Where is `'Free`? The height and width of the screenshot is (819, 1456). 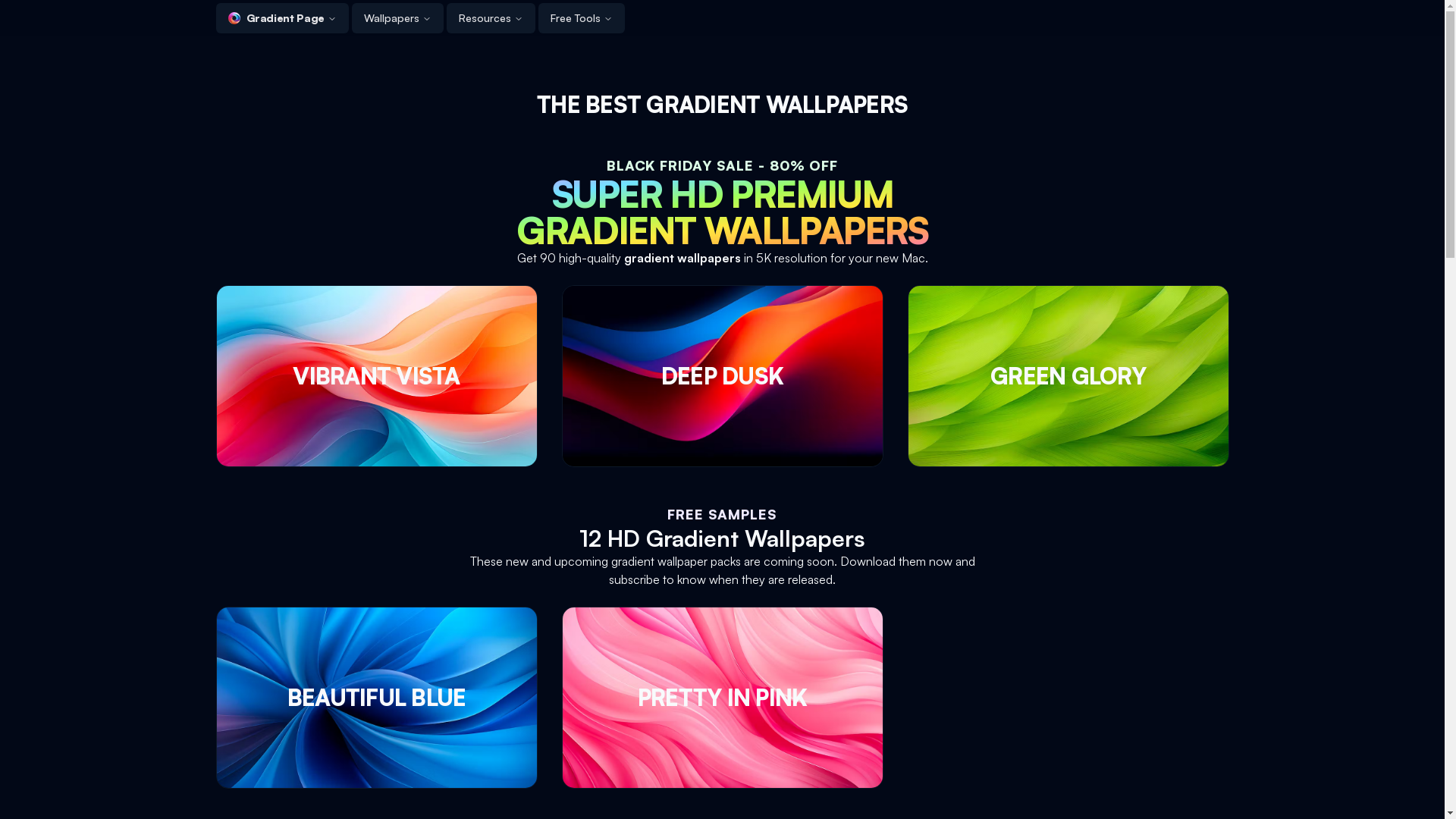
'Free is located at coordinates (581, 17).